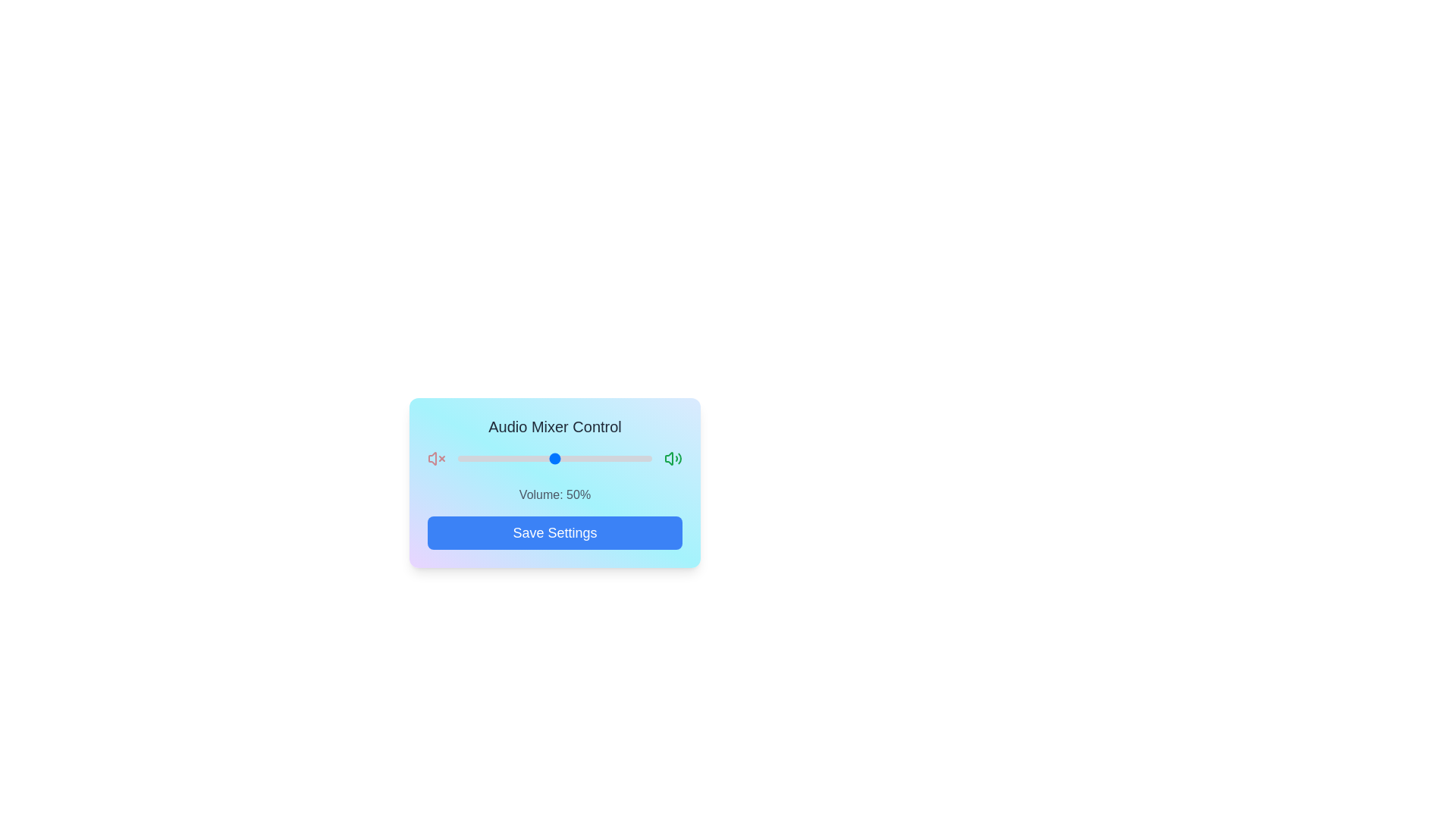 This screenshot has height=819, width=1456. Describe the element at coordinates (554, 532) in the screenshot. I see `'Save Settings' button to save the current volume state` at that location.